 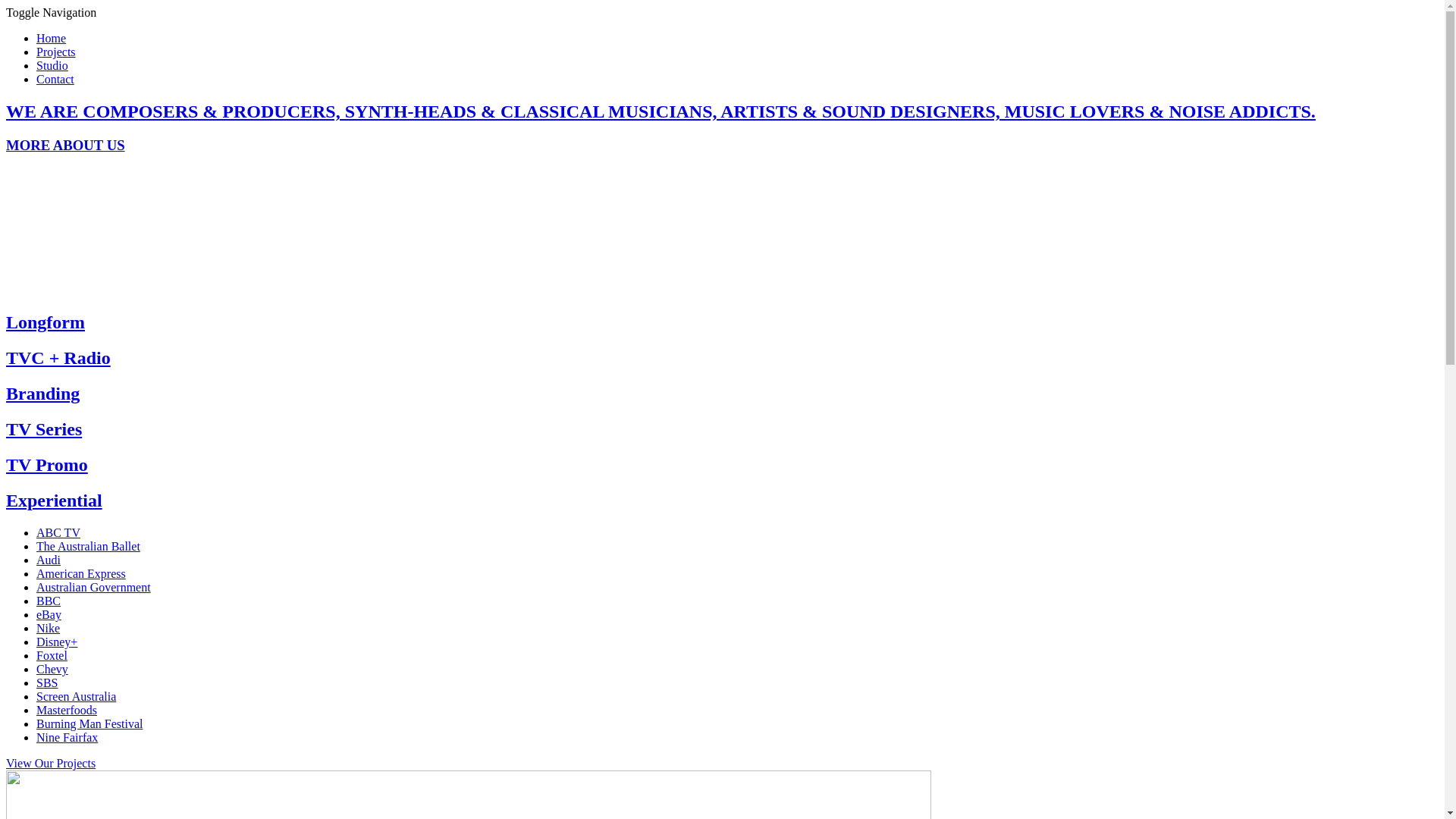 I want to click on 'Audi', so click(x=48, y=560).